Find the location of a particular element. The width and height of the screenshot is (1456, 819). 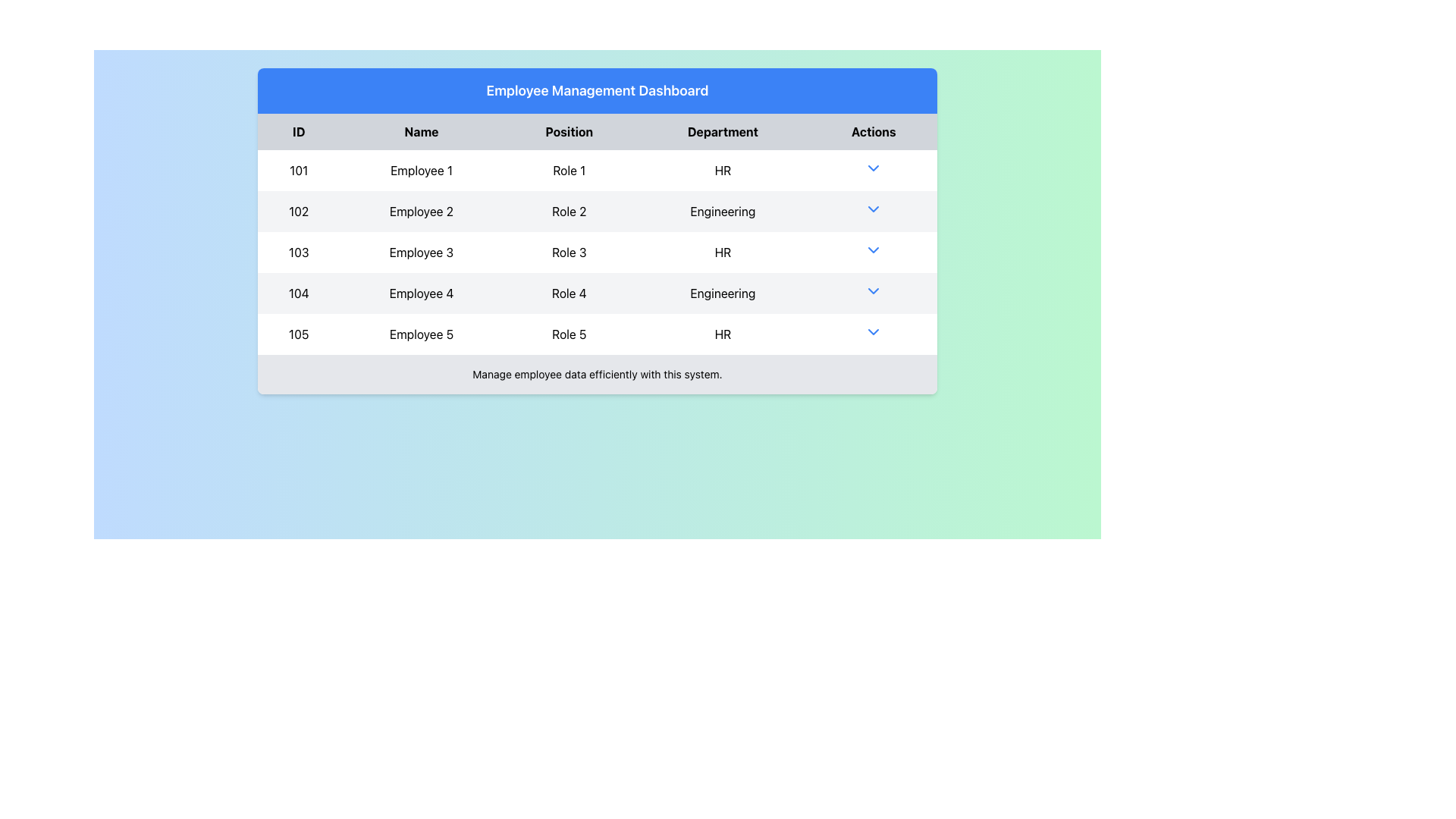

the Dropdown Trigger (Icon) located in the last cell of the first row in the 'Actions' column of the data table is located at coordinates (874, 170).